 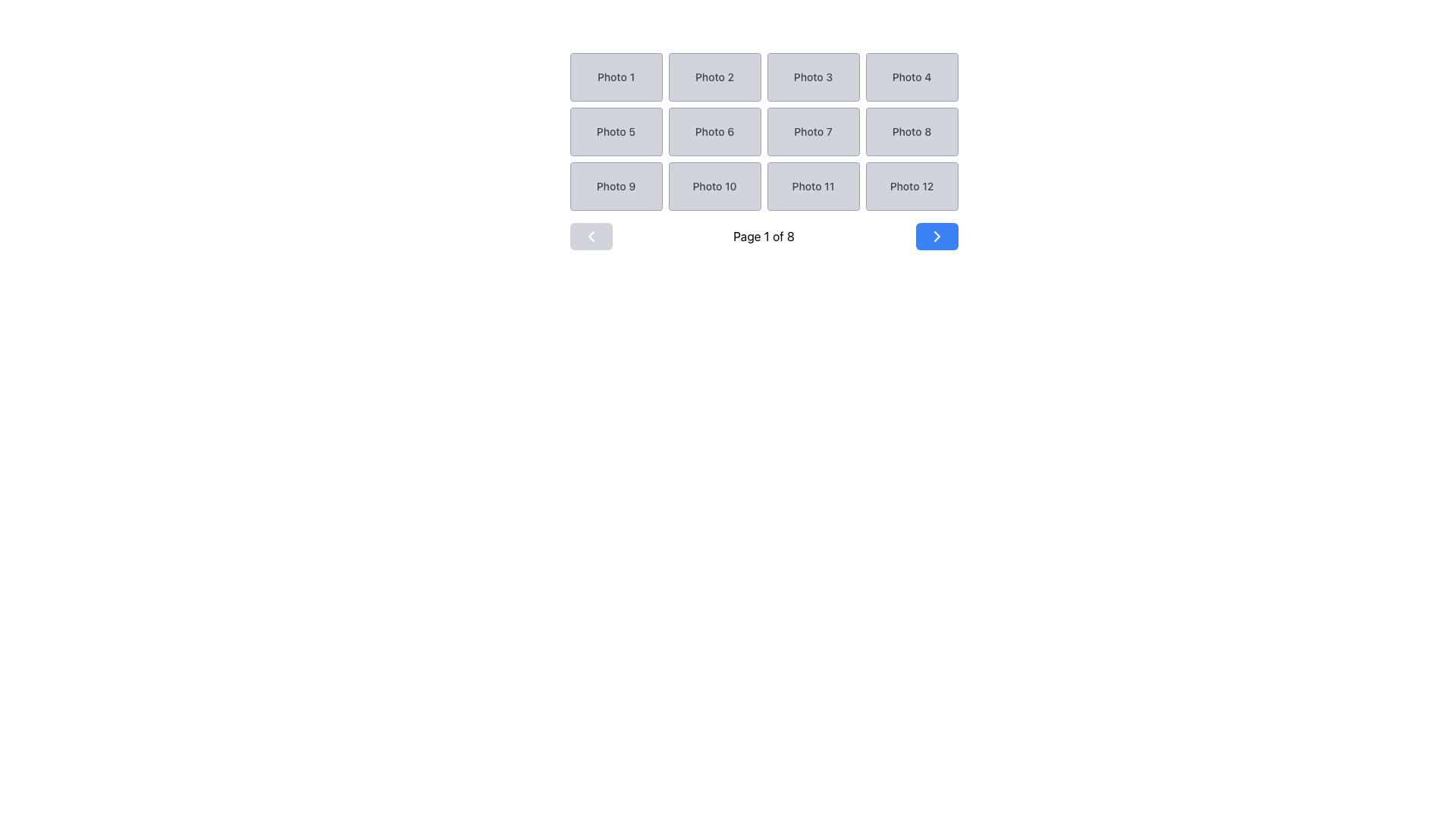 What do you see at coordinates (911, 130) in the screenshot?
I see `the 'Photo 8' button, which is located in the second row and fourth column of a grid layout, below 'Photo 4' and to the right of 'Photo 7'` at bounding box center [911, 130].